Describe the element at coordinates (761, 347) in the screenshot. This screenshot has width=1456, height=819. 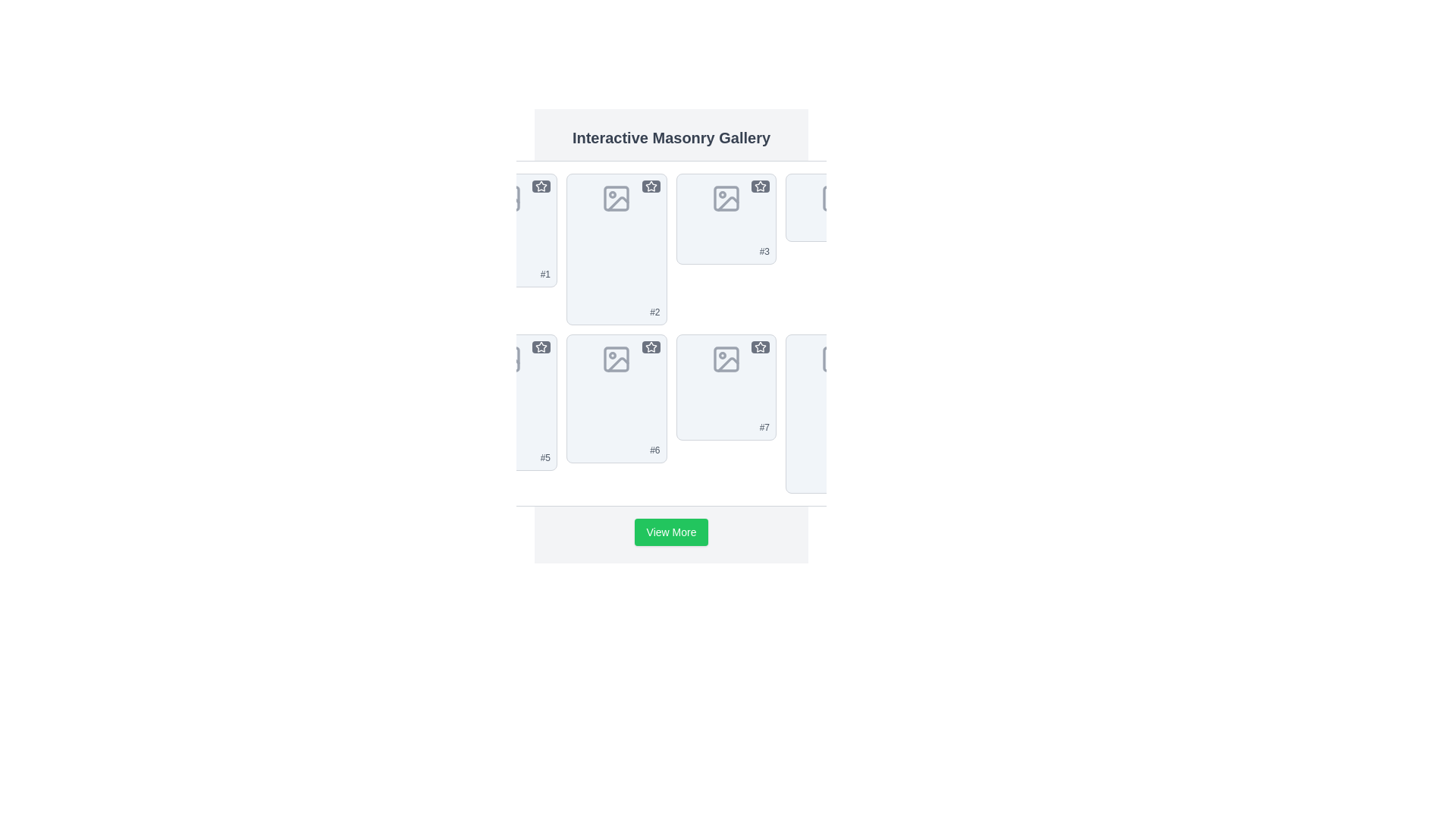
I see `the star-shaped graphic icon located at the top right corner of card #7 in the UI, which is used for marking, favoriting, or tagging the associated item` at that location.